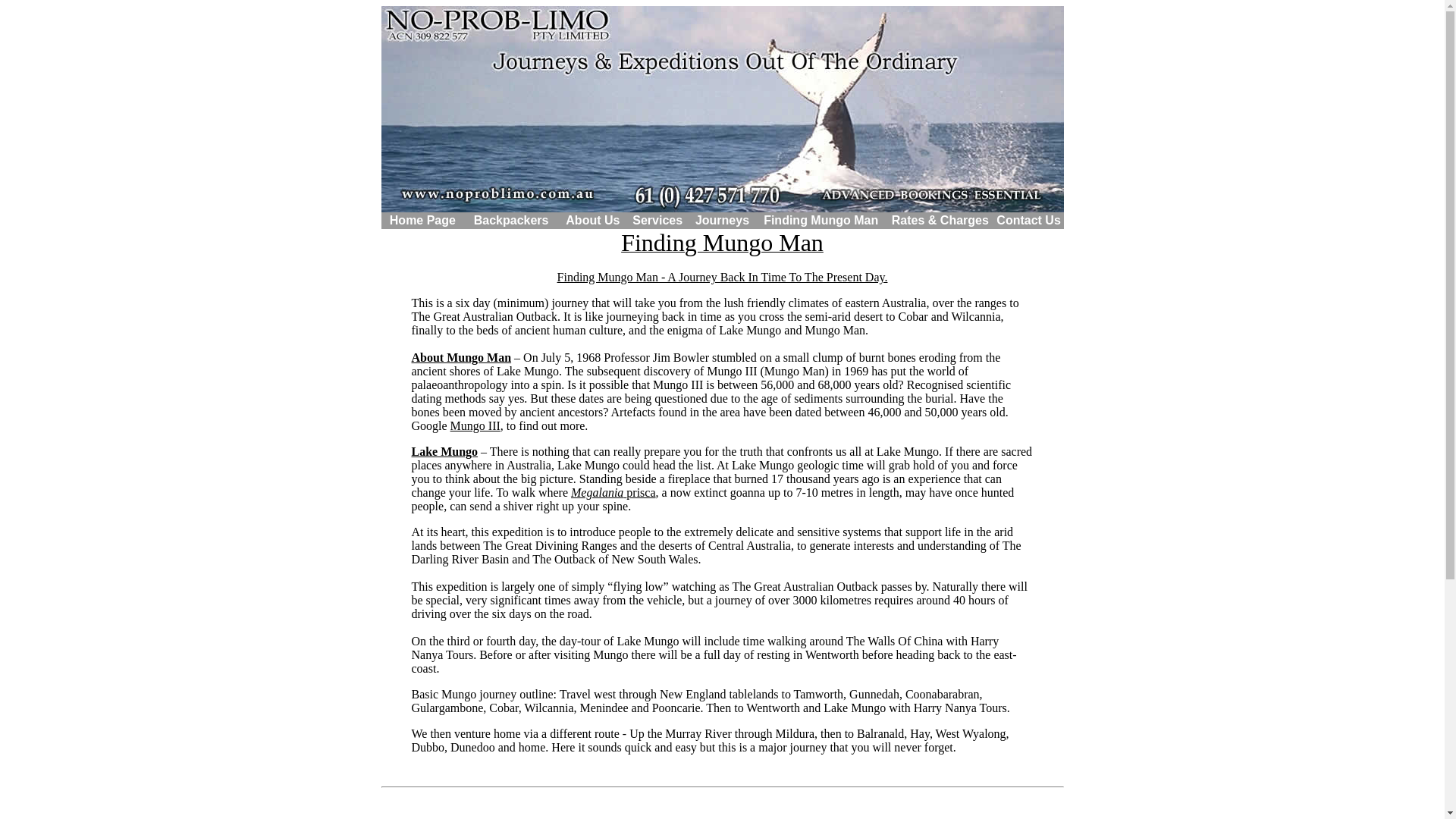  Describe the element at coordinates (591, 220) in the screenshot. I see `'About Us'` at that location.